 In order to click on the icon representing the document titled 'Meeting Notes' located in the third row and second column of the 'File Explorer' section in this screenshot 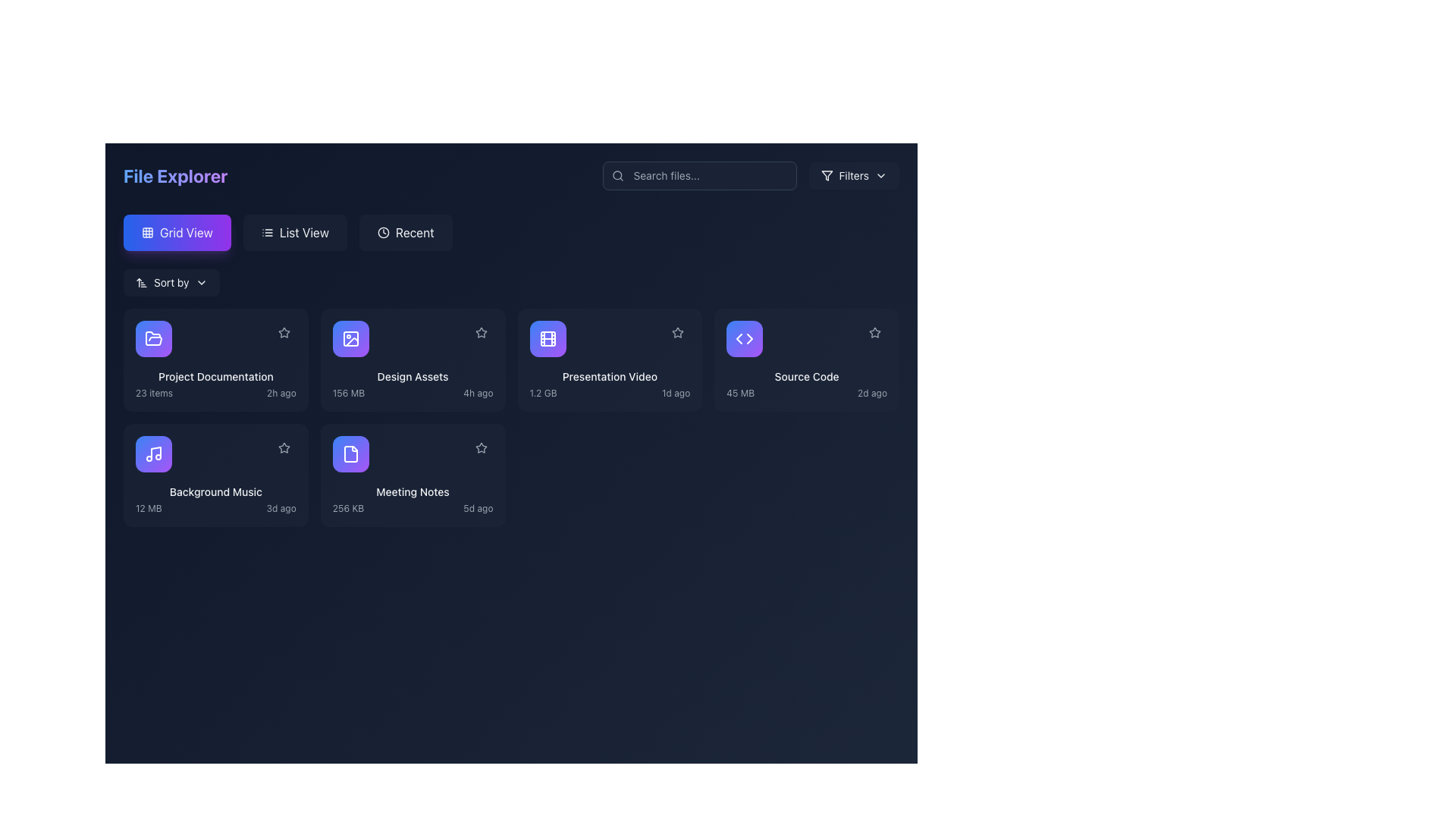, I will do `click(350, 453)`.